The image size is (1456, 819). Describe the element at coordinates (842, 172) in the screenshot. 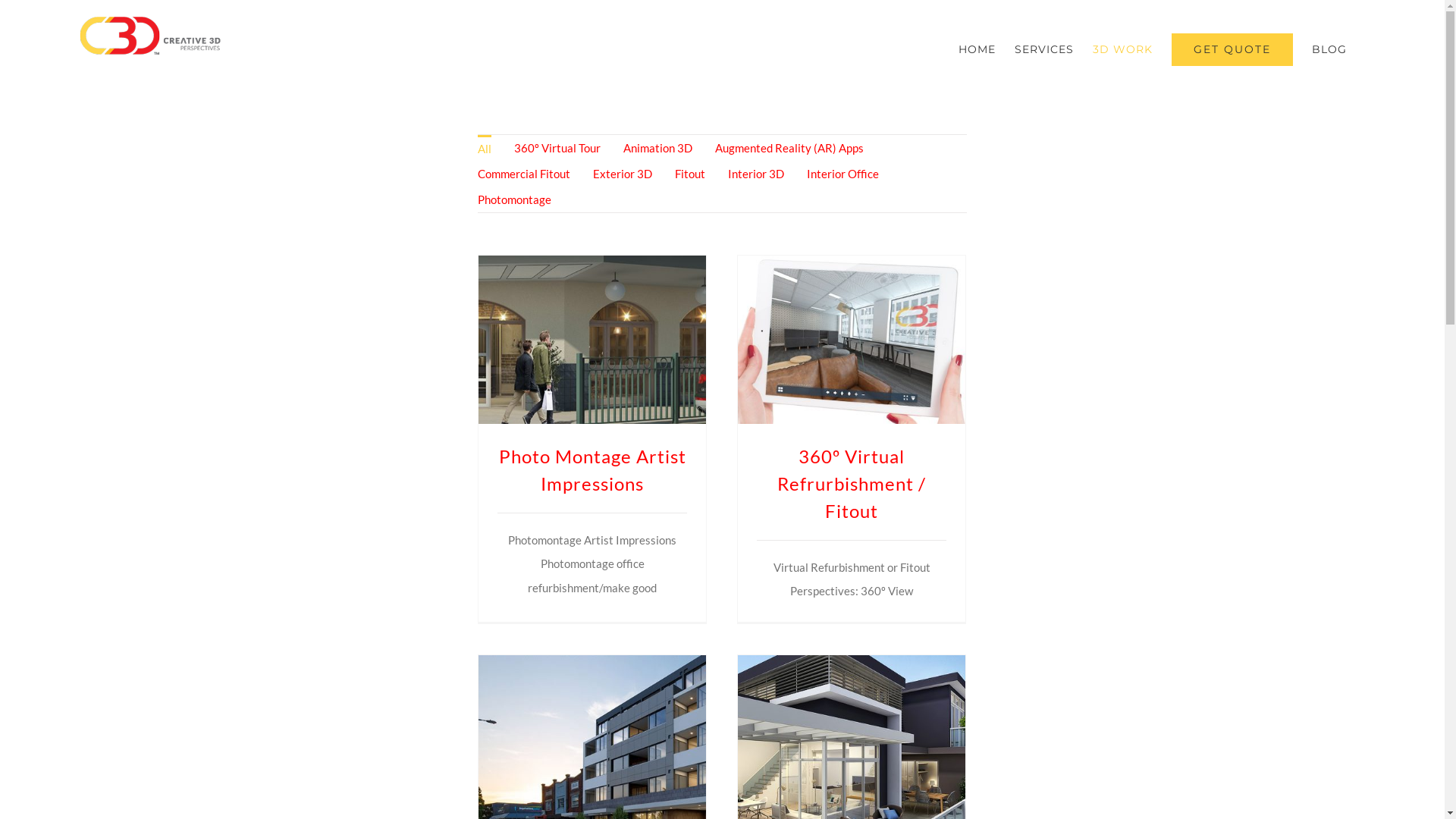

I see `'Interior Office'` at that location.